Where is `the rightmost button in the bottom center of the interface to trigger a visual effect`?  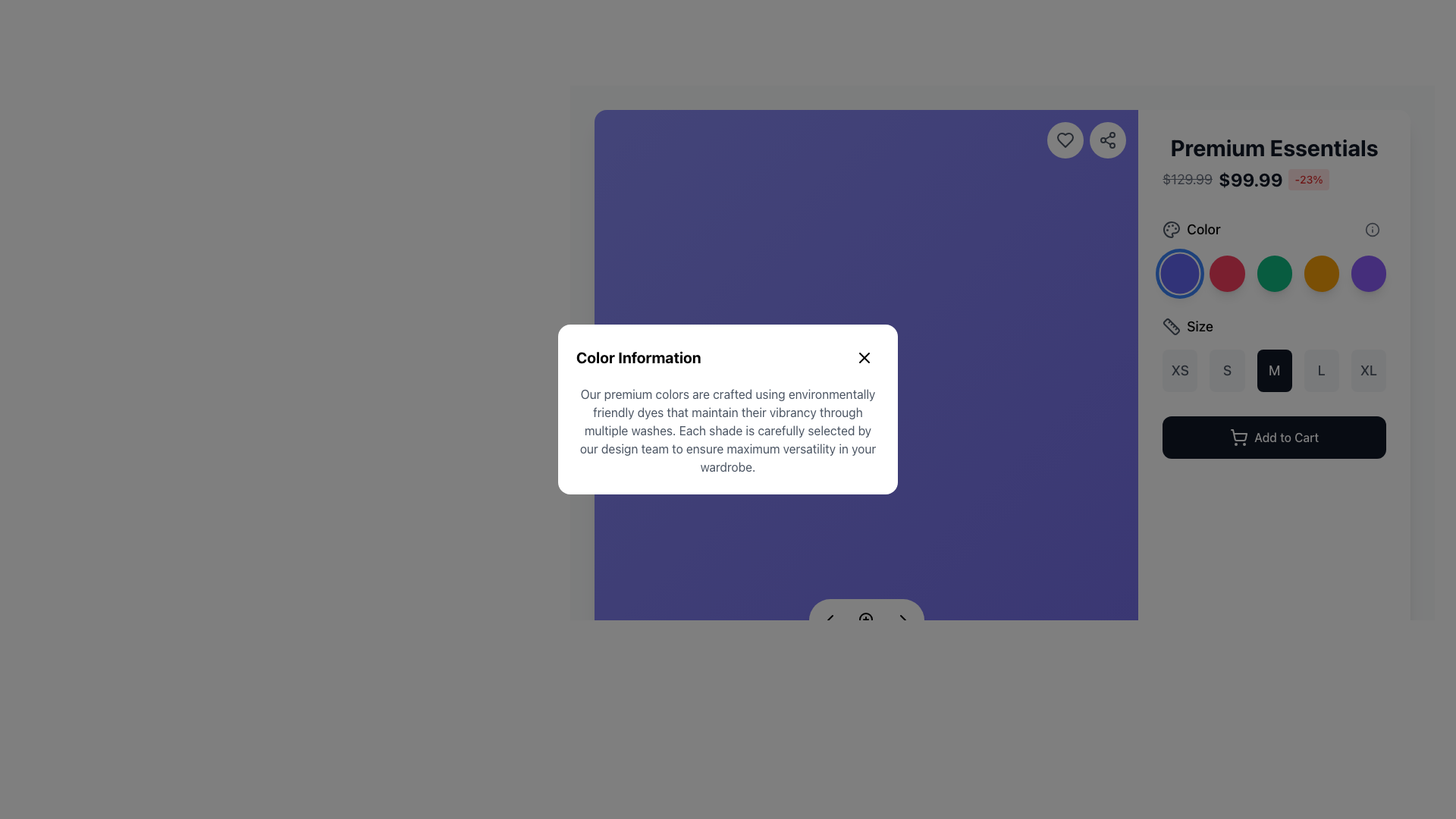
the rightmost button in the bottom center of the interface to trigger a visual effect is located at coordinates (902, 620).